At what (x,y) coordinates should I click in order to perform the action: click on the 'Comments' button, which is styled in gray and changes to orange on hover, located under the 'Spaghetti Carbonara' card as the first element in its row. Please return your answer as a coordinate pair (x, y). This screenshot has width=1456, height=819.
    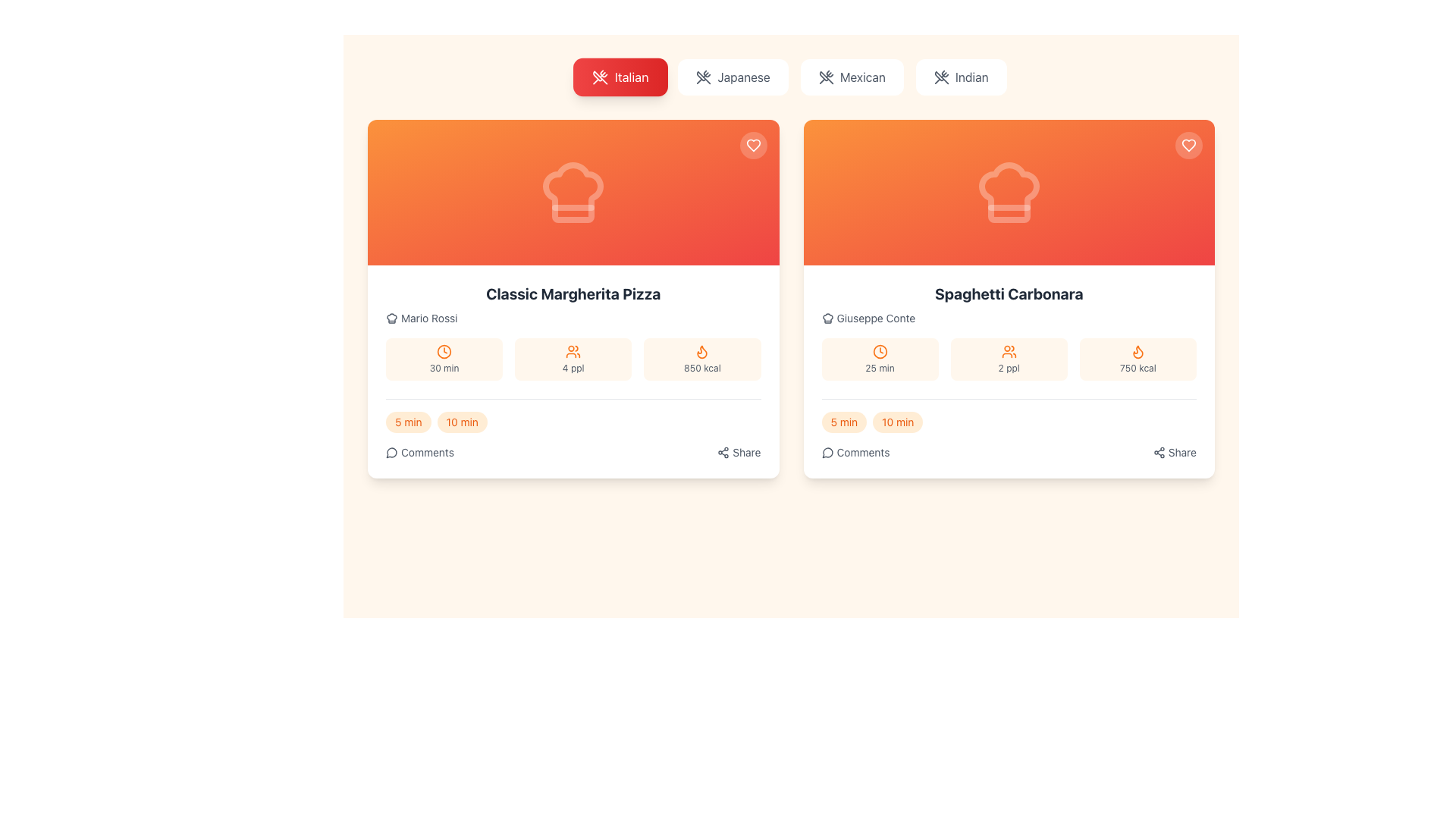
    Looking at the image, I should click on (855, 452).